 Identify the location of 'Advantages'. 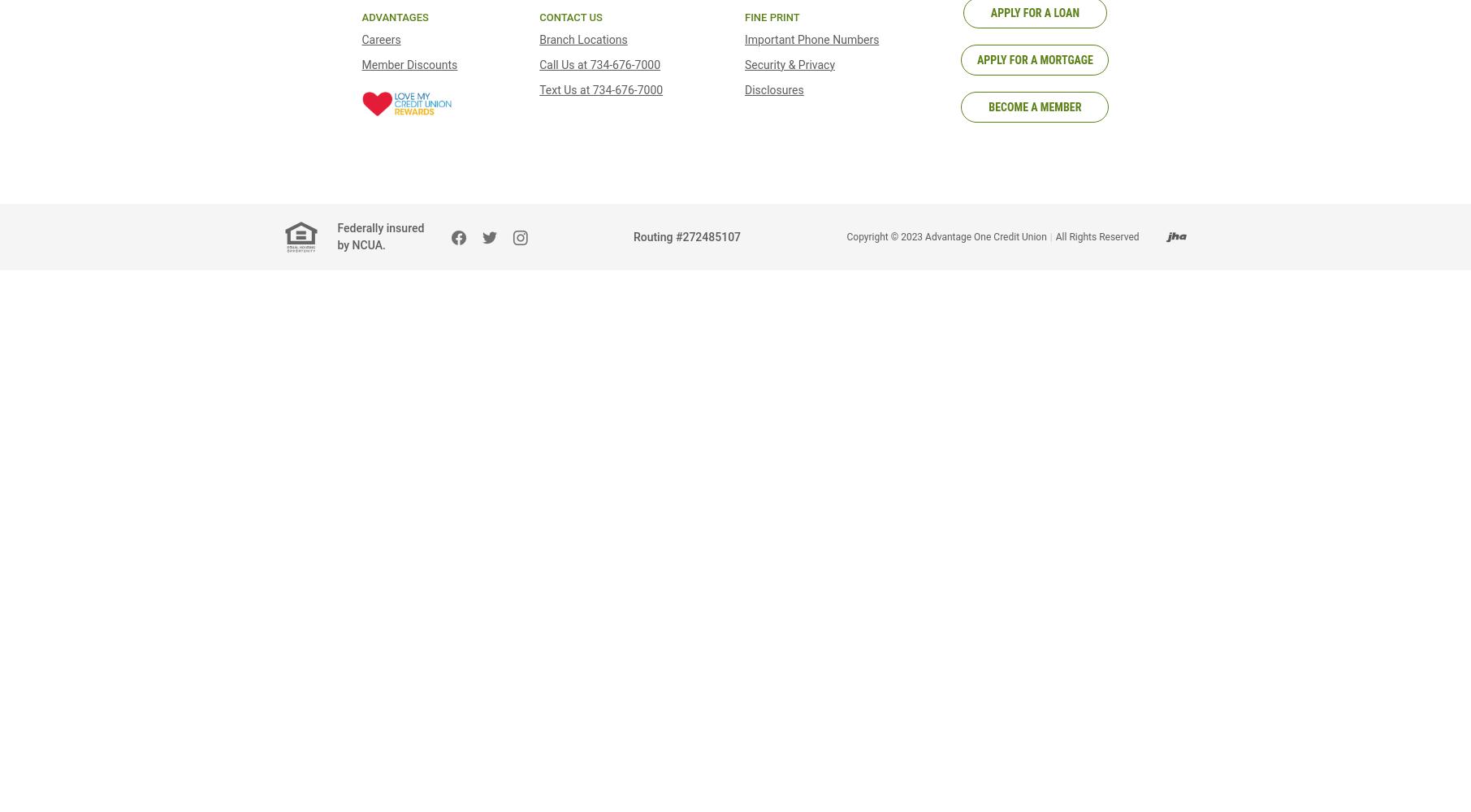
(395, 16).